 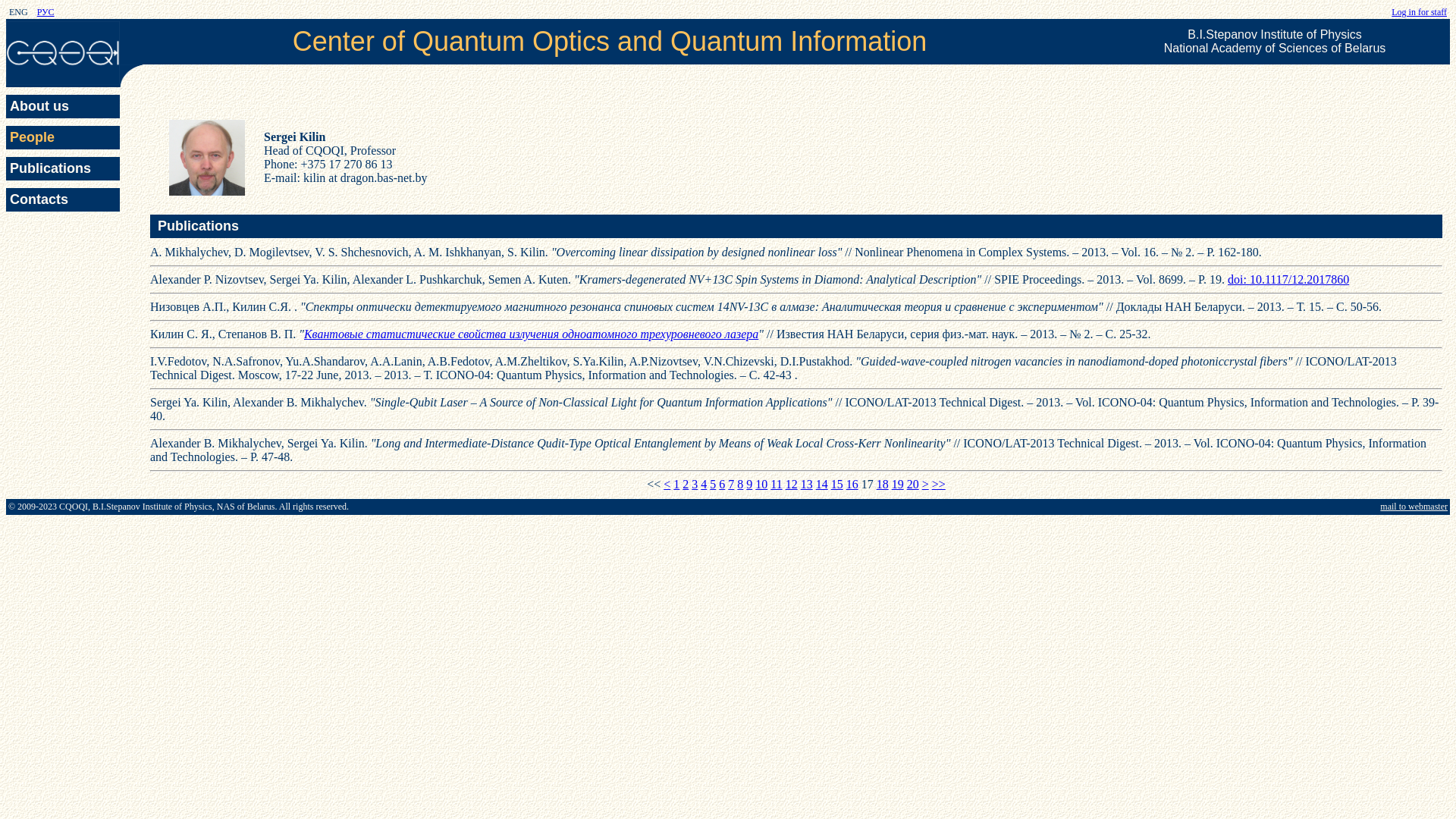 I want to click on '1', so click(x=676, y=484).